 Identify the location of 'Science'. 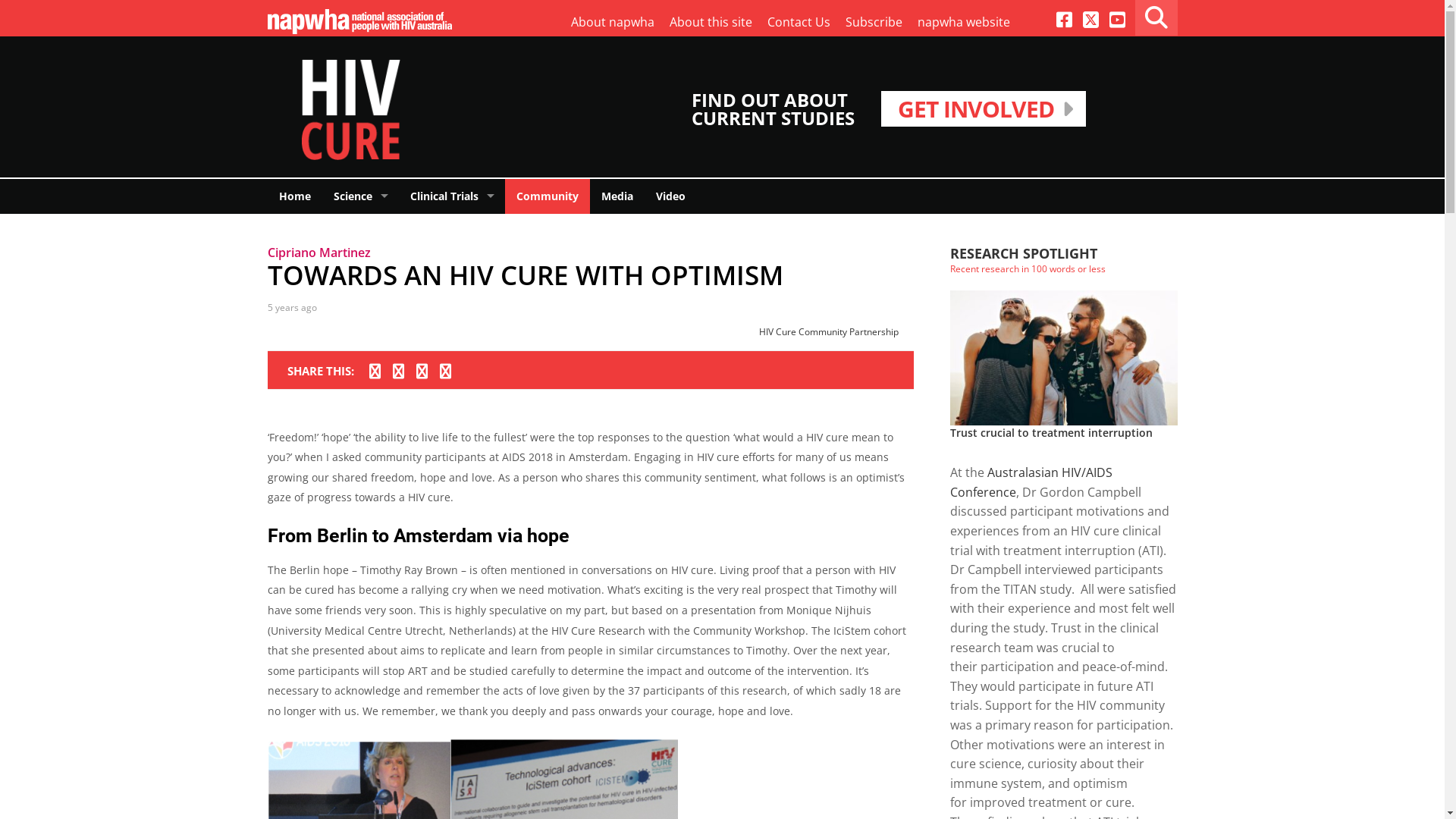
(320, 195).